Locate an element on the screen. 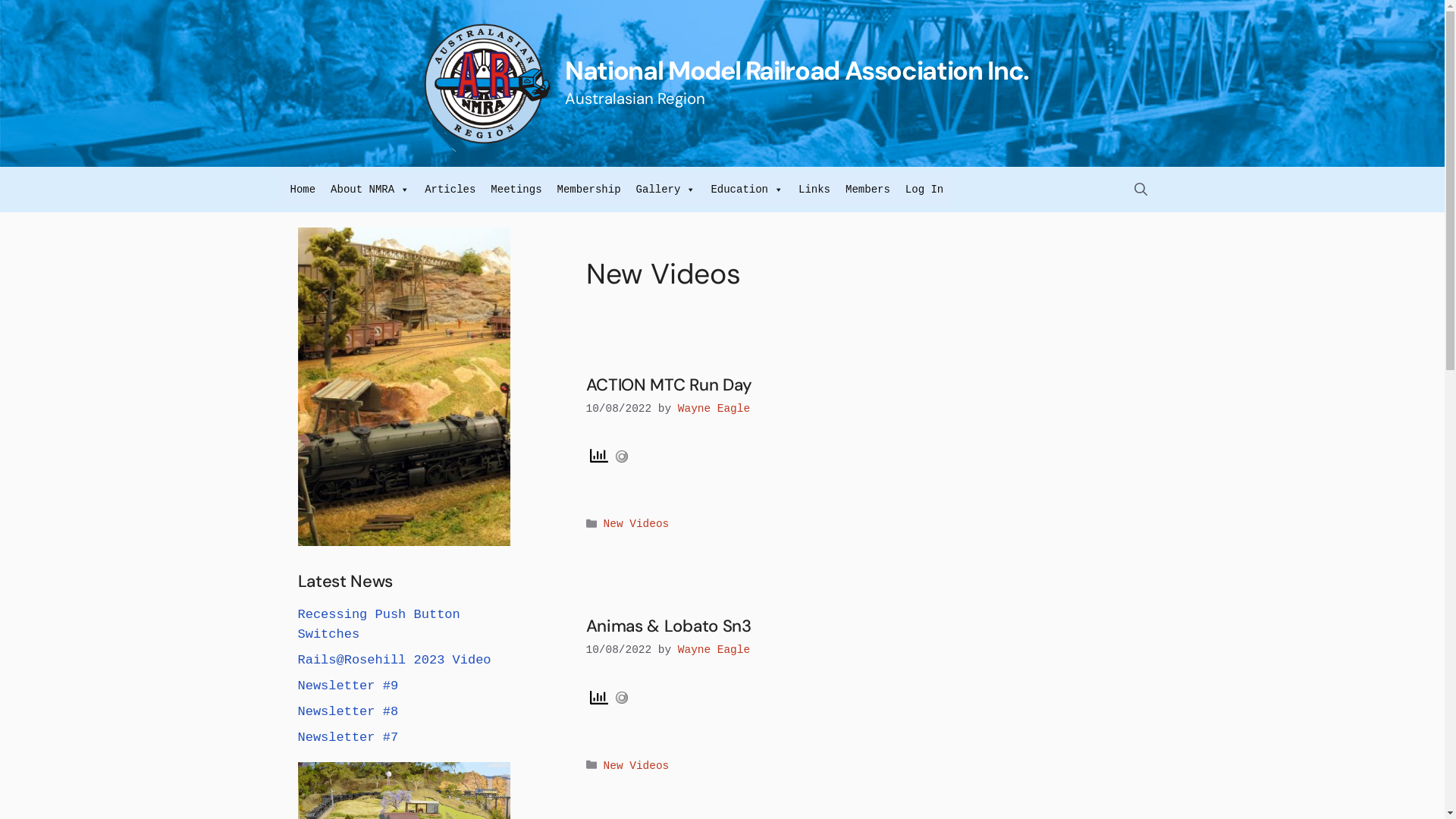  'Members' is located at coordinates (836, 189).